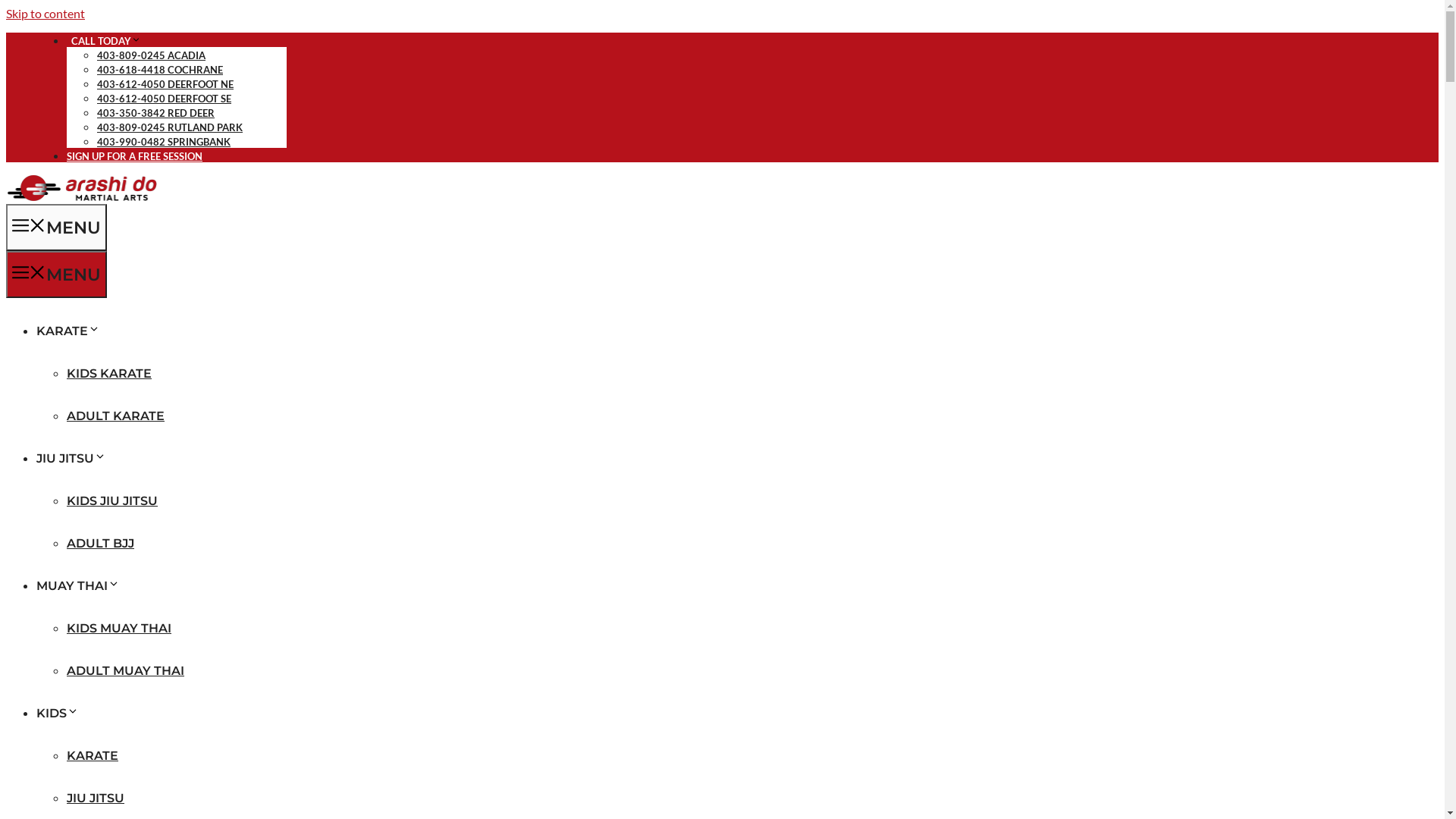  Describe the element at coordinates (164, 141) in the screenshot. I see `'403-990-0482 SPRINGBANK'` at that location.